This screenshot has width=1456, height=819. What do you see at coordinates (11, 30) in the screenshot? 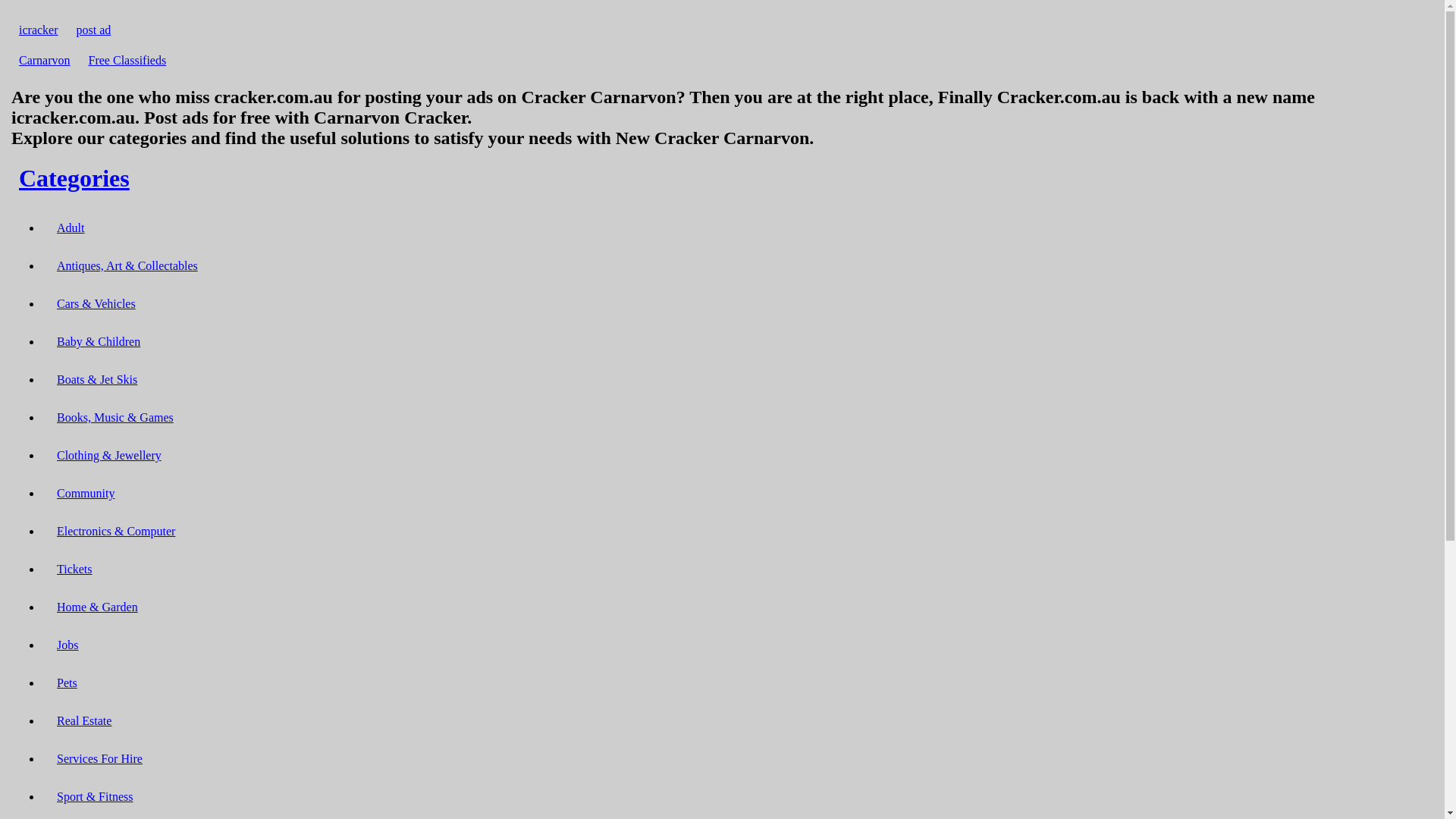
I see `'icracker'` at bounding box center [11, 30].